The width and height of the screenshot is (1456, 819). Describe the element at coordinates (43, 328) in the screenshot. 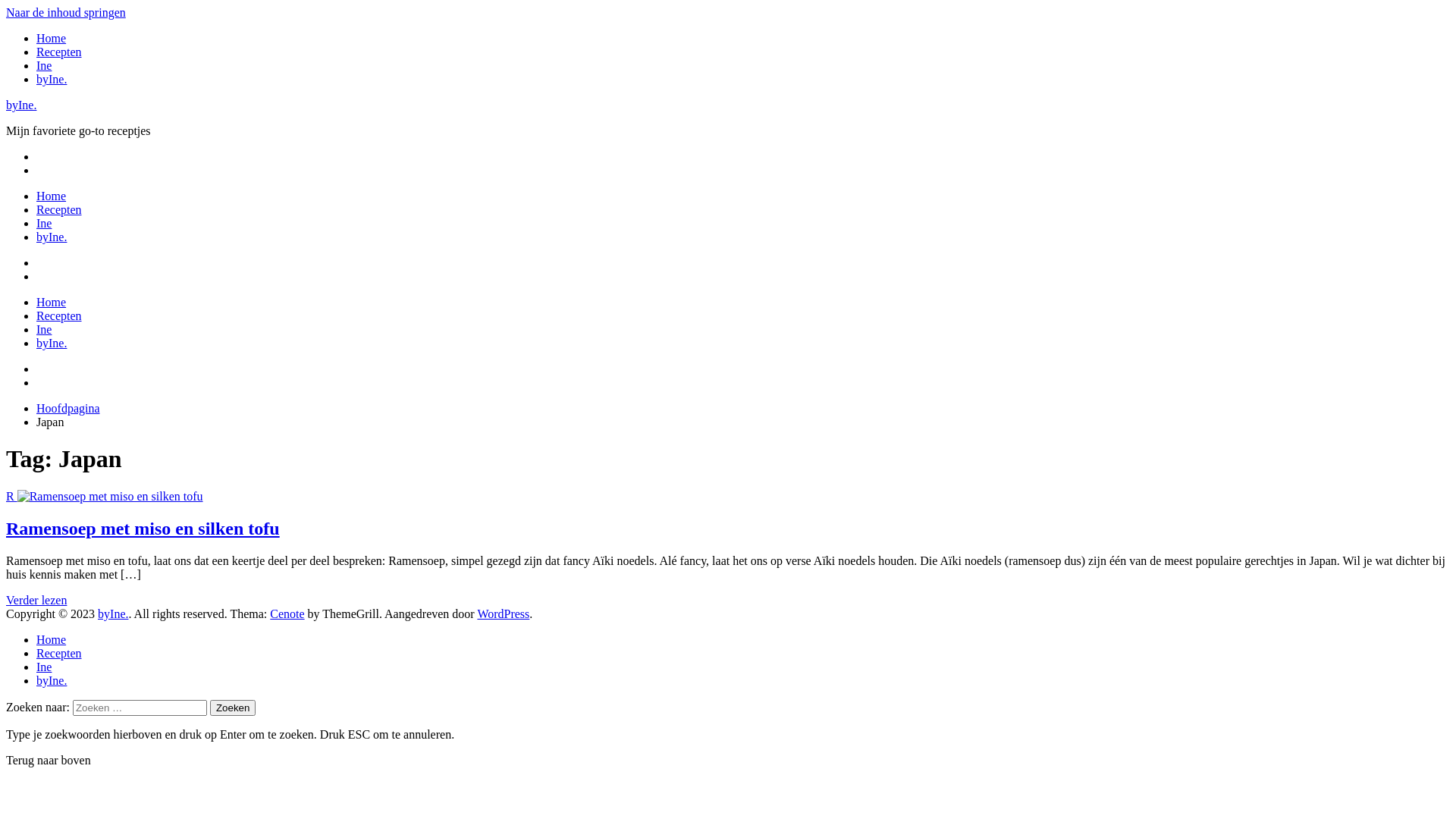

I see `'Ine'` at that location.